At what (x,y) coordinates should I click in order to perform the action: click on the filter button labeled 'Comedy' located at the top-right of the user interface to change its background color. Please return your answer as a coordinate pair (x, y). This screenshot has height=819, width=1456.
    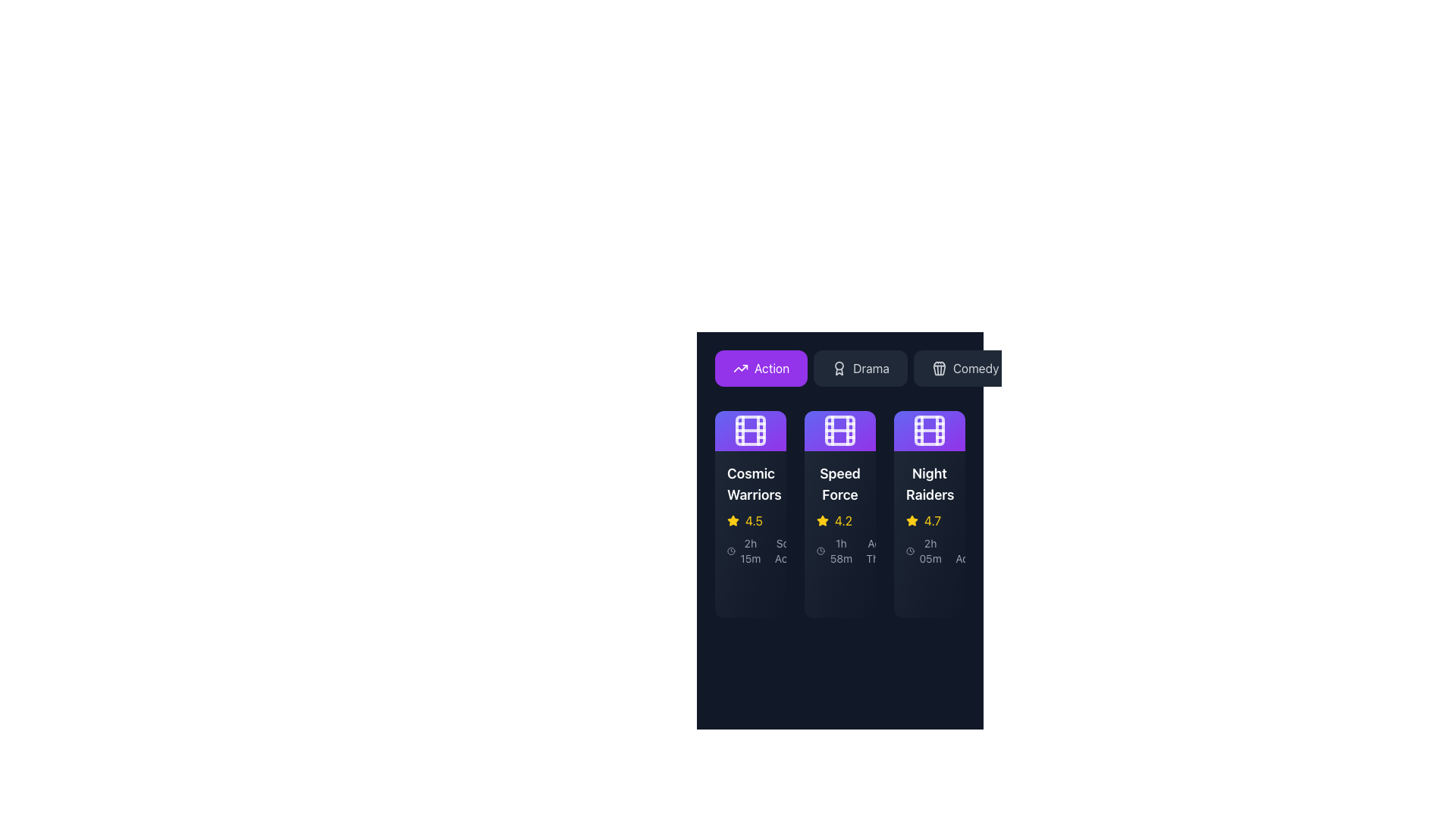
    Looking at the image, I should click on (965, 369).